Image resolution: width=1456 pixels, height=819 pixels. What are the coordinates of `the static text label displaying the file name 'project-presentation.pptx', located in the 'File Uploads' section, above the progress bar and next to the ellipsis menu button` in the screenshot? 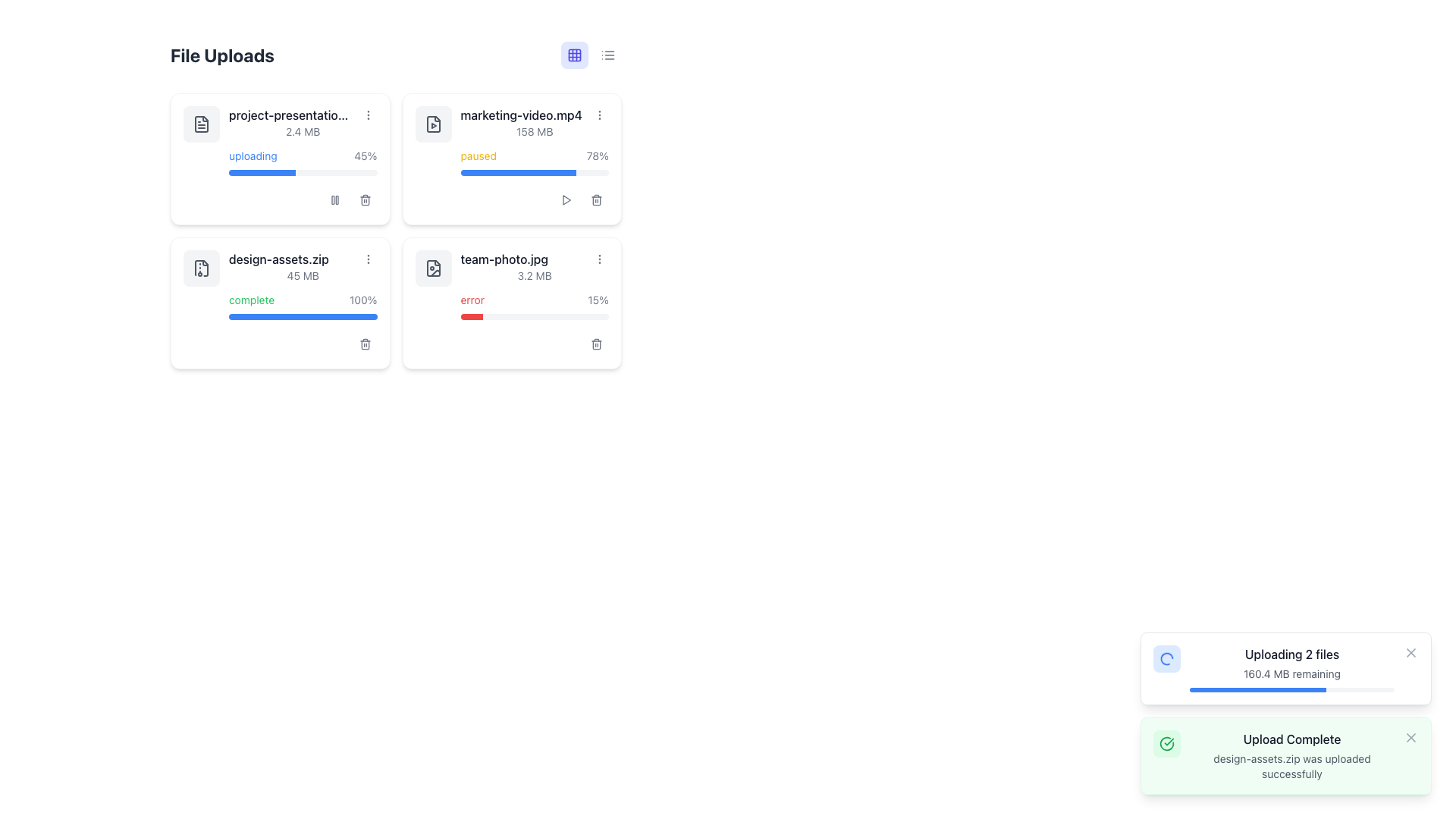 It's located at (290, 114).